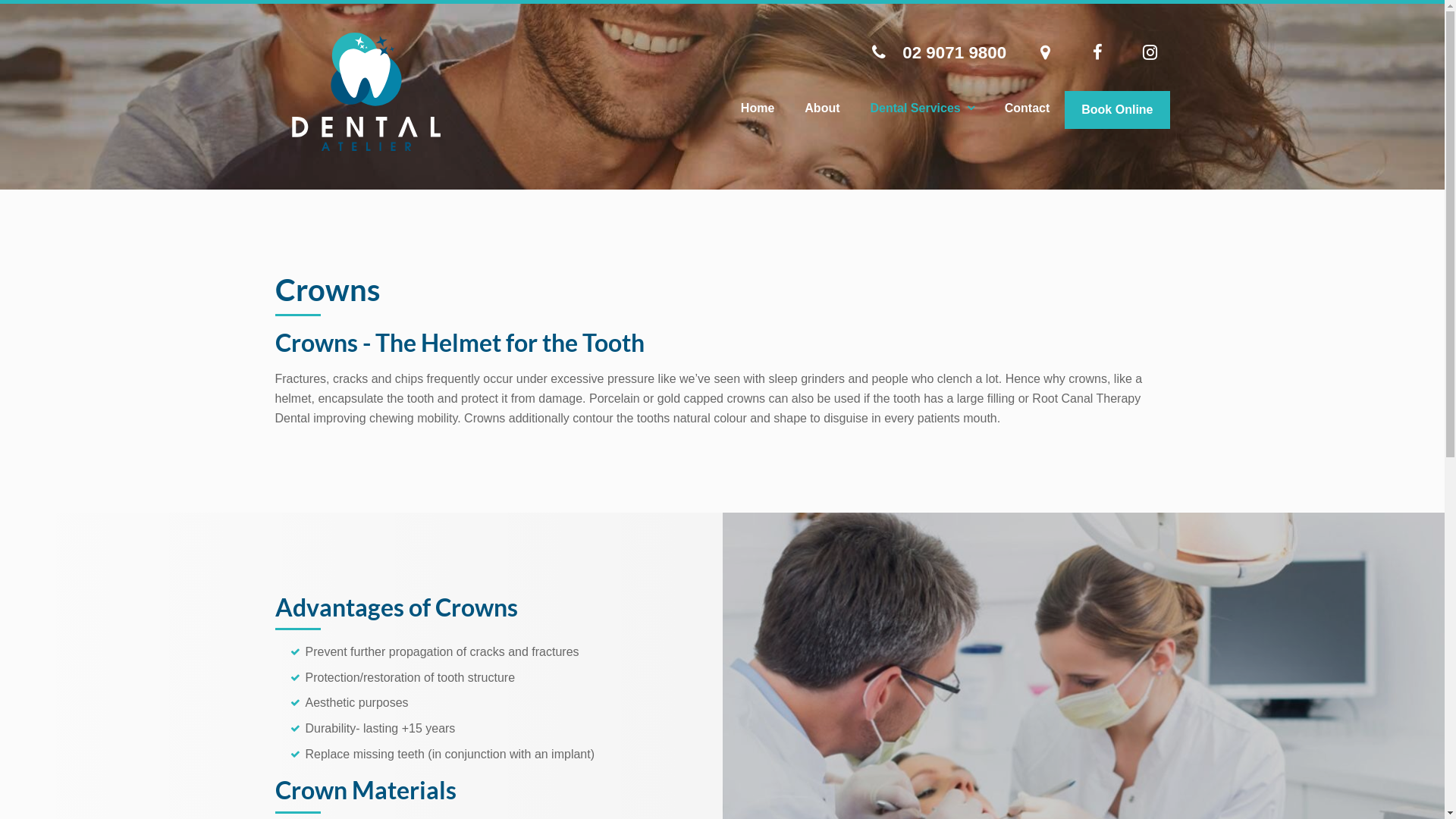 Image resolution: width=1456 pixels, height=819 pixels. What do you see at coordinates (855, 107) in the screenshot?
I see `'Dental Services'` at bounding box center [855, 107].